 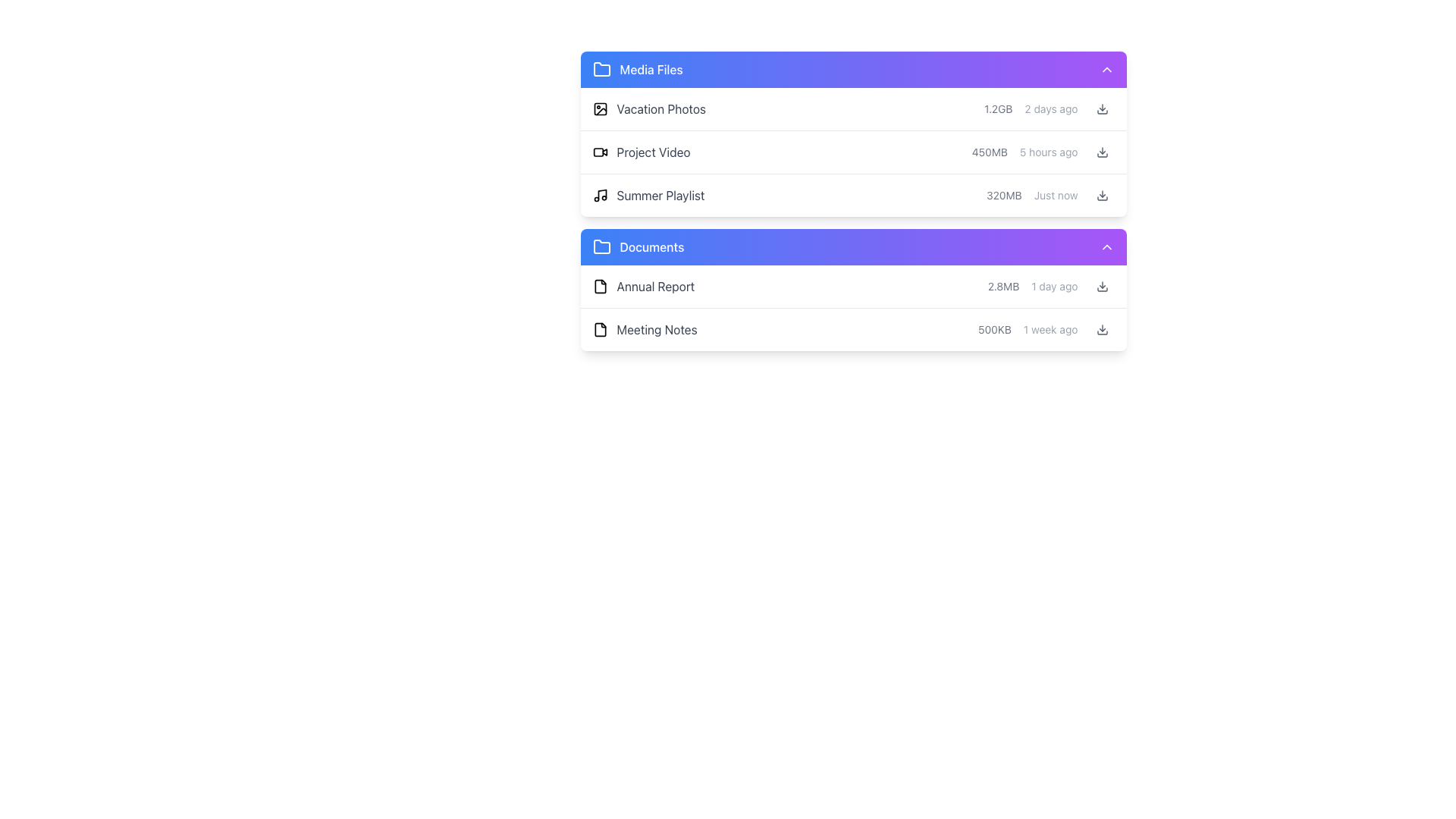 I want to click on the first entry in the 'Media Files' section labeled 'Vacation Photos', so click(x=853, y=108).